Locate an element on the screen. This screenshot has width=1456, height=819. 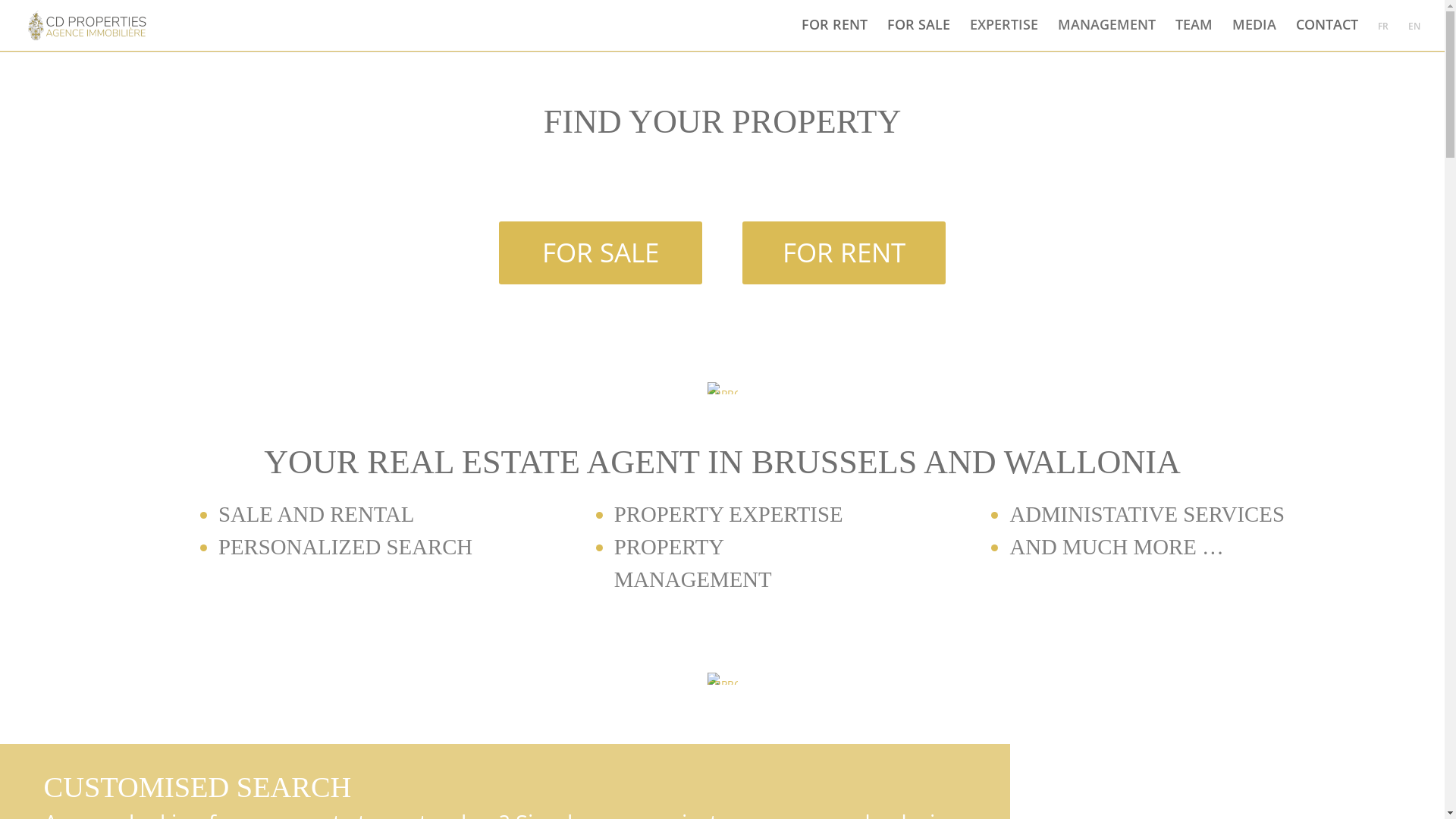
'FOR RENT' is located at coordinates (843, 252).